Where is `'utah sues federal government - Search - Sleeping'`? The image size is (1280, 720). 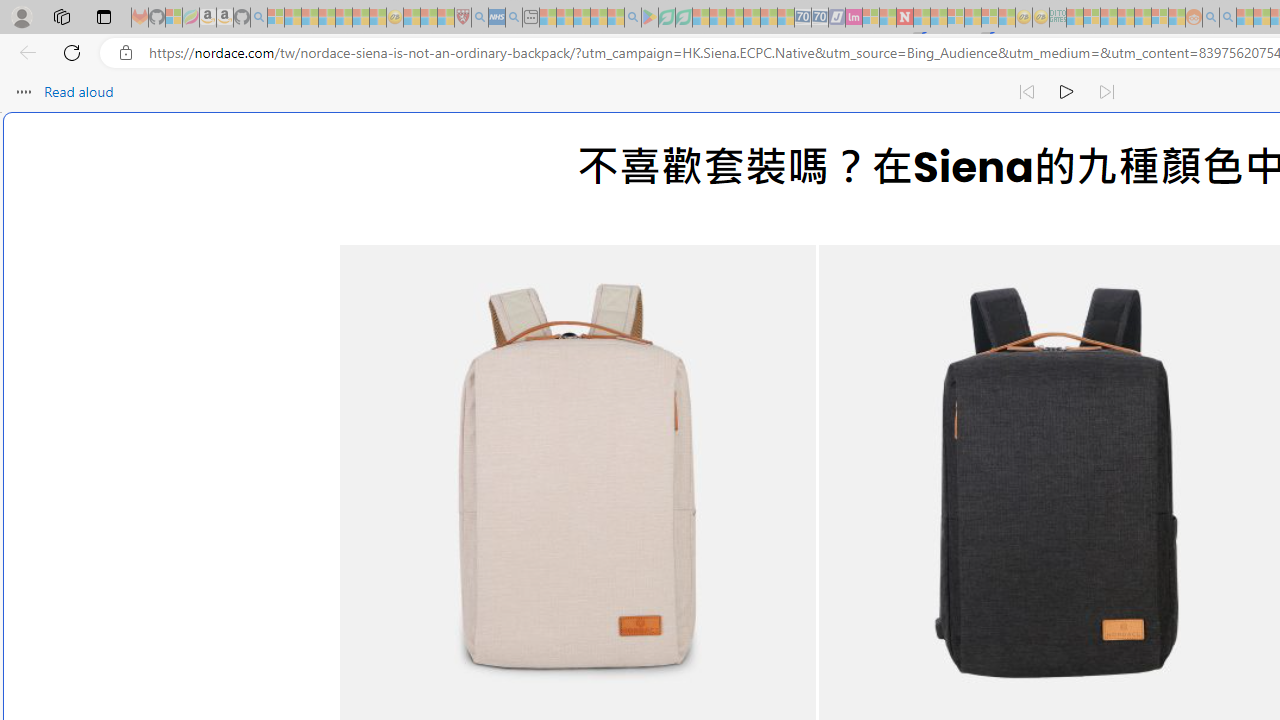 'utah sues federal government - Search - Sleeping' is located at coordinates (513, 17).